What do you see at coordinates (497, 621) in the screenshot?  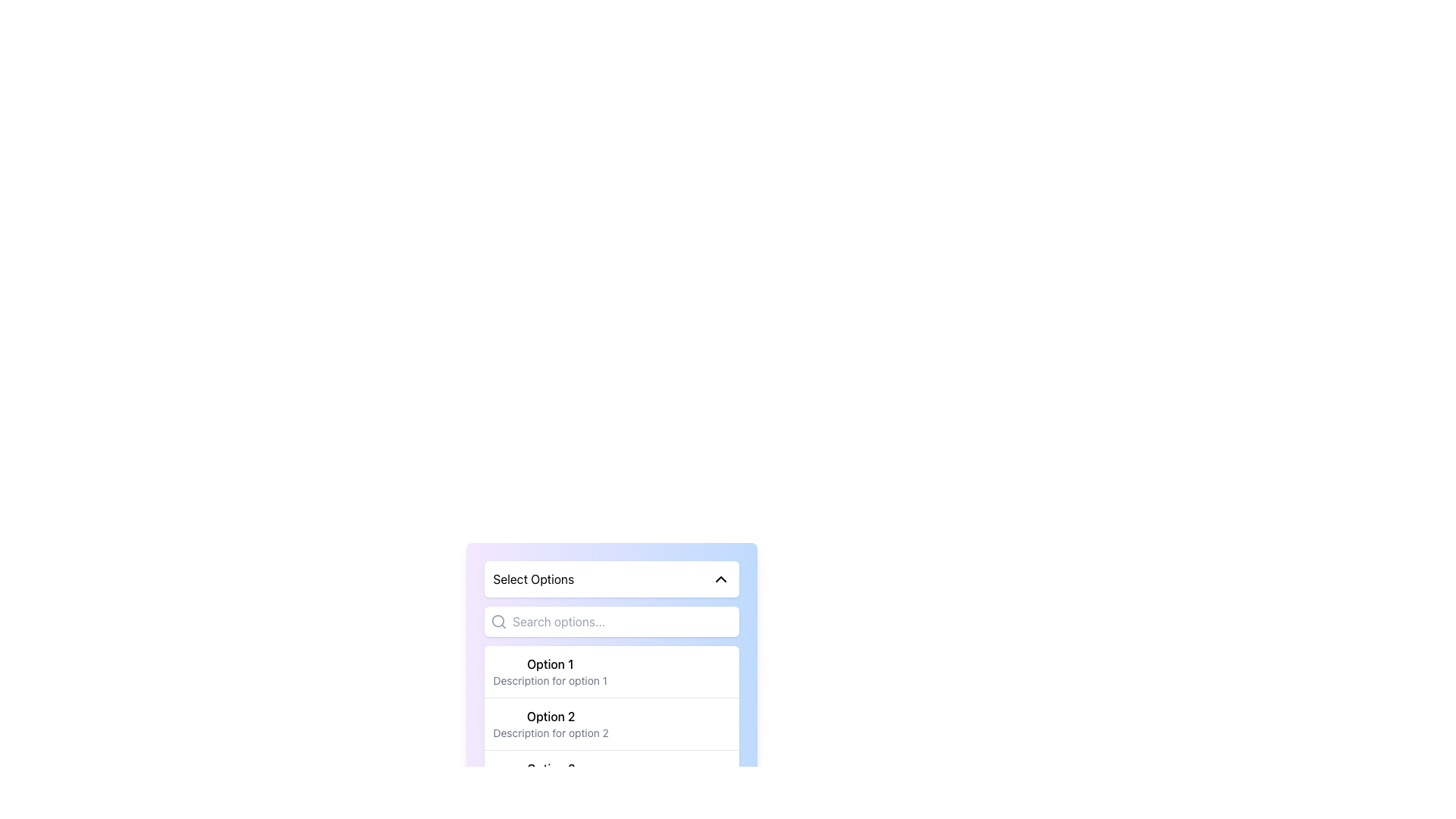 I see `the graphical decoration within the search icon, which is part of the magnifying glass icon located to the left of the search input field below the 'Select Options' button` at bounding box center [497, 621].